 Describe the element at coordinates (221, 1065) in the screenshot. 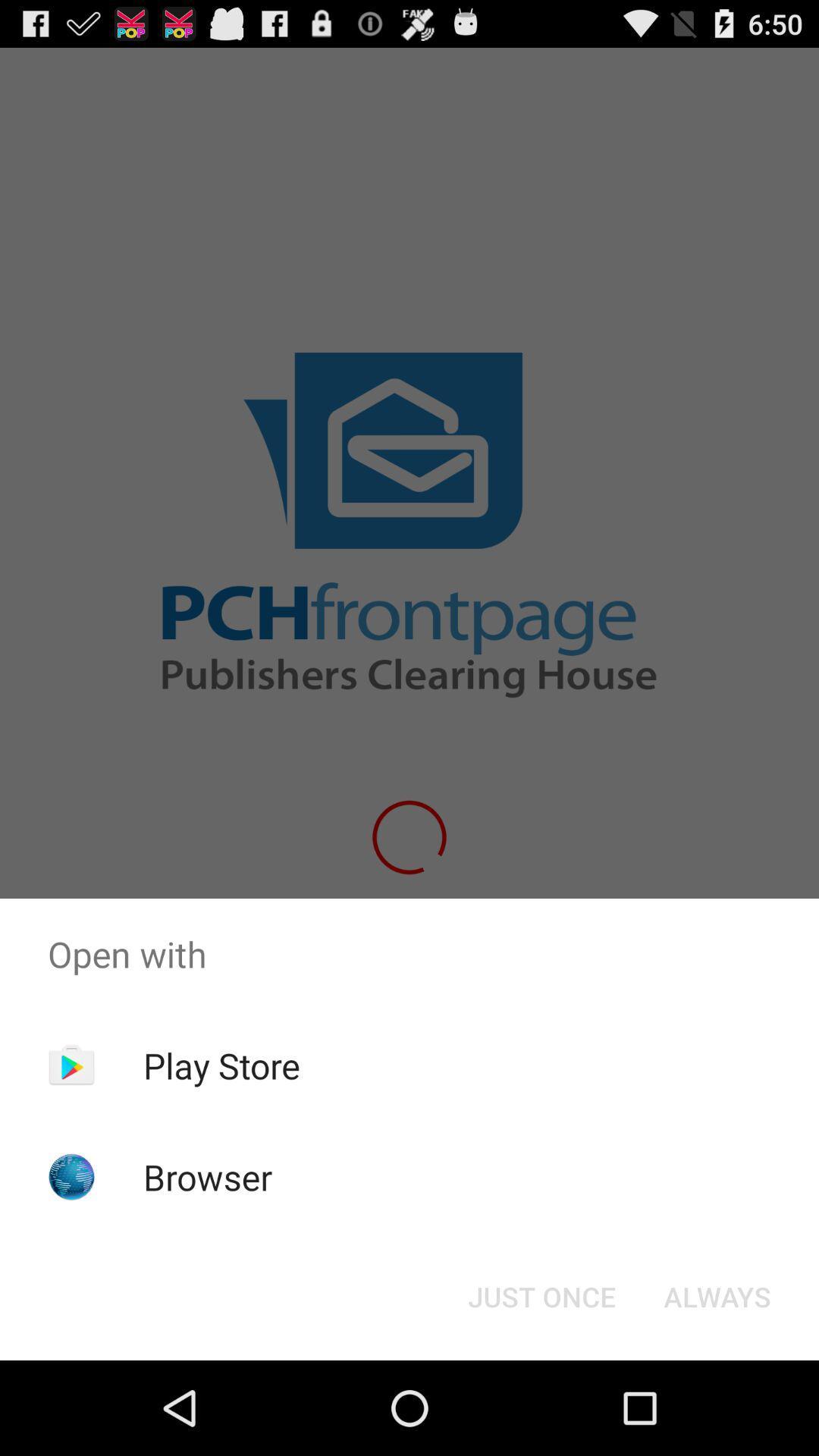

I see `the icon below open with` at that location.